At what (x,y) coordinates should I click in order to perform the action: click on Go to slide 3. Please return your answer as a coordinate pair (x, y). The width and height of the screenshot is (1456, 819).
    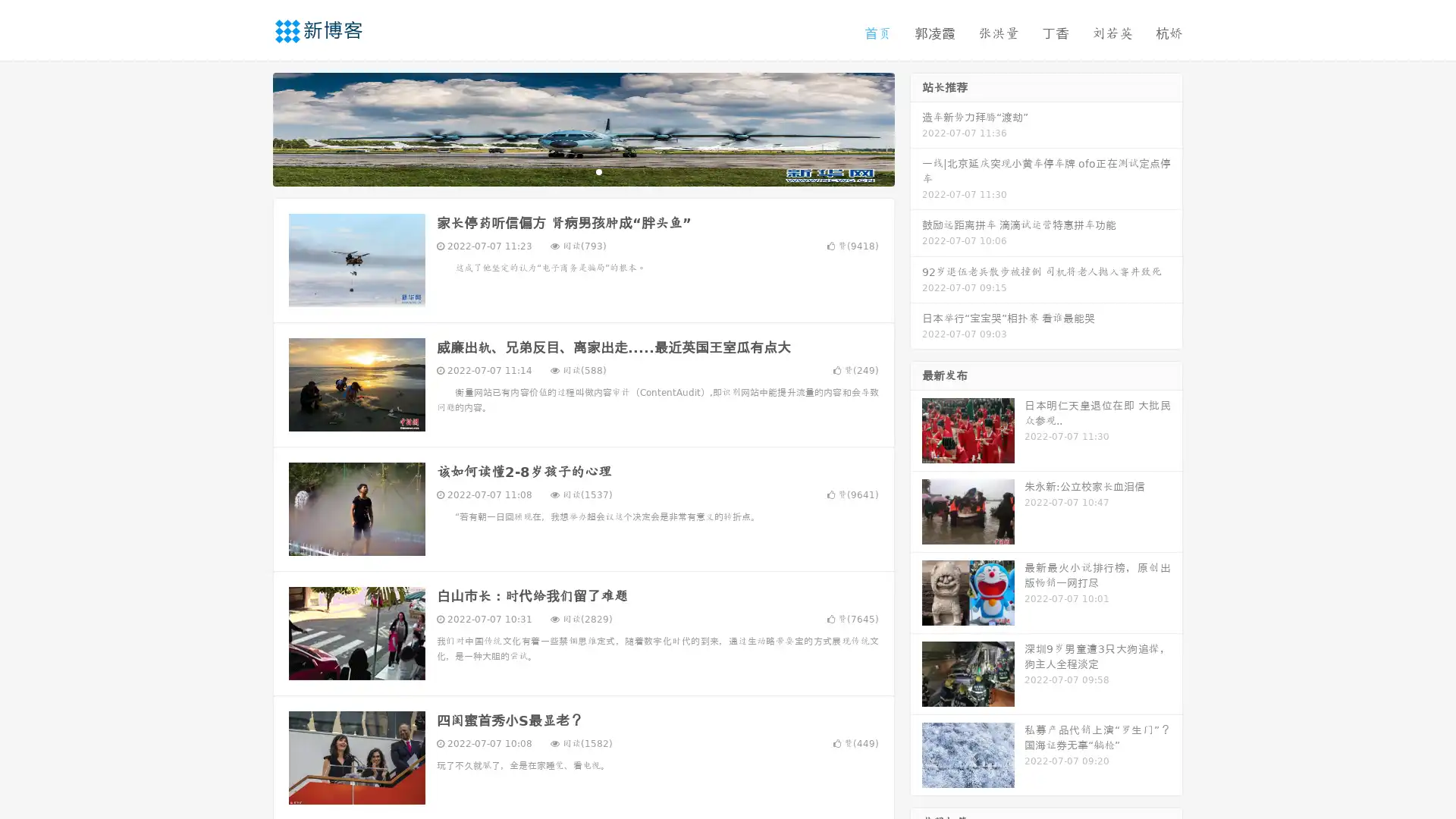
    Looking at the image, I should click on (598, 171).